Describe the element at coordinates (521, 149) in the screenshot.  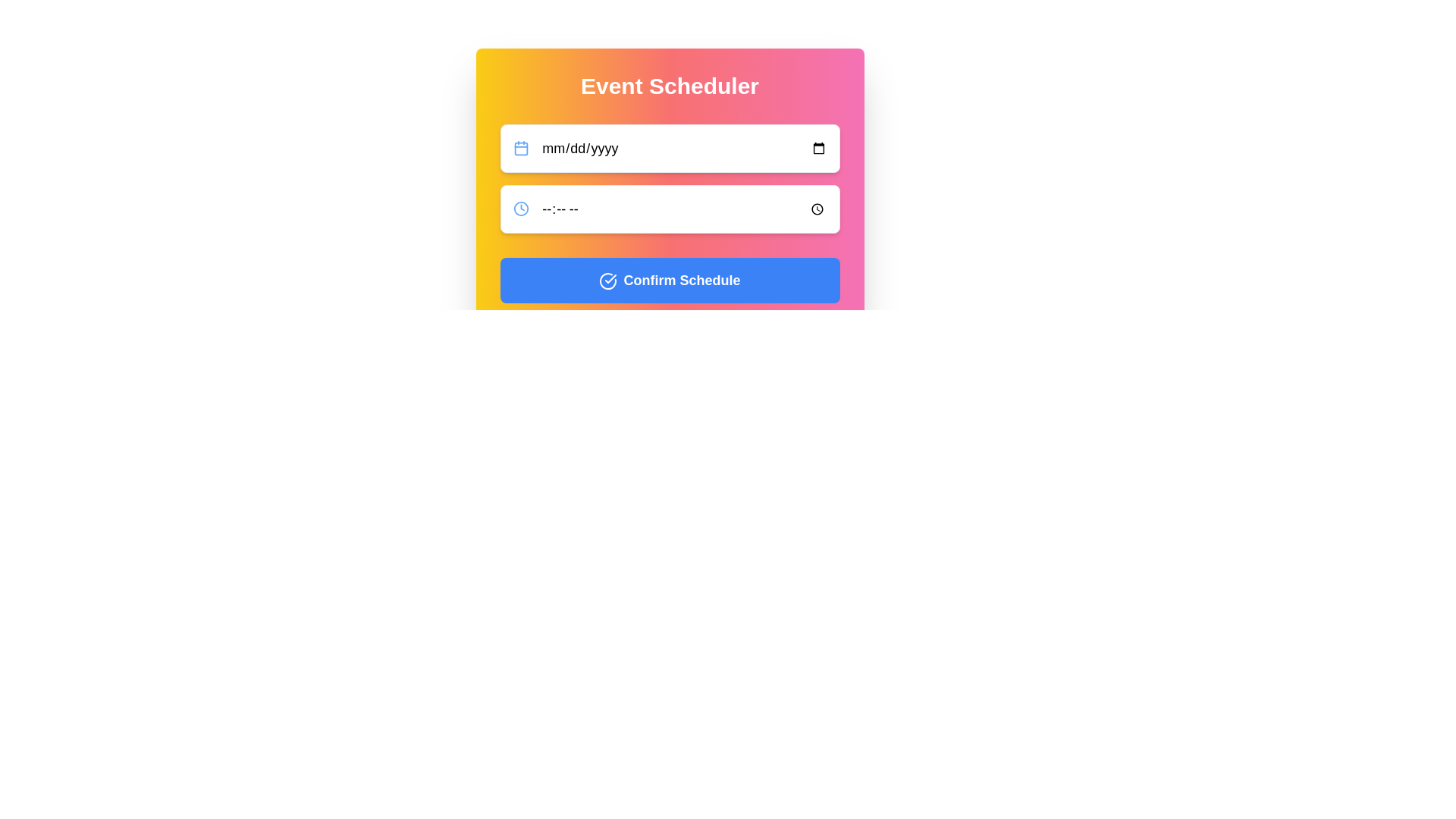
I see `the blue background frame of the calendar icon located near the top left corner of the date input field` at that location.